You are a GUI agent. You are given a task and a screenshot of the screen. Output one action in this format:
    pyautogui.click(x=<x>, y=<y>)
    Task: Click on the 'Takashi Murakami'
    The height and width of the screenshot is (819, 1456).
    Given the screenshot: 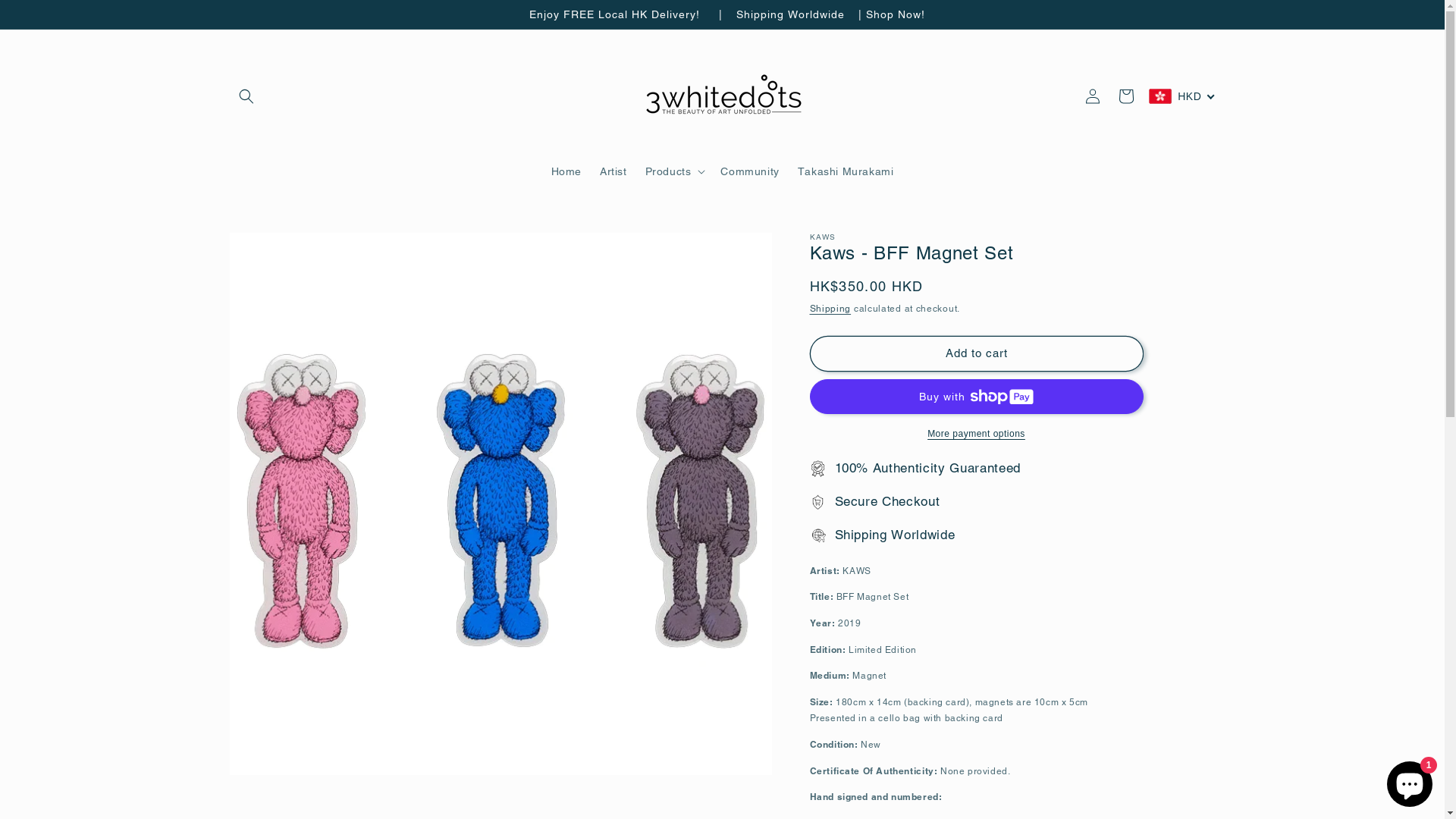 What is the action you would take?
    pyautogui.click(x=845, y=171)
    